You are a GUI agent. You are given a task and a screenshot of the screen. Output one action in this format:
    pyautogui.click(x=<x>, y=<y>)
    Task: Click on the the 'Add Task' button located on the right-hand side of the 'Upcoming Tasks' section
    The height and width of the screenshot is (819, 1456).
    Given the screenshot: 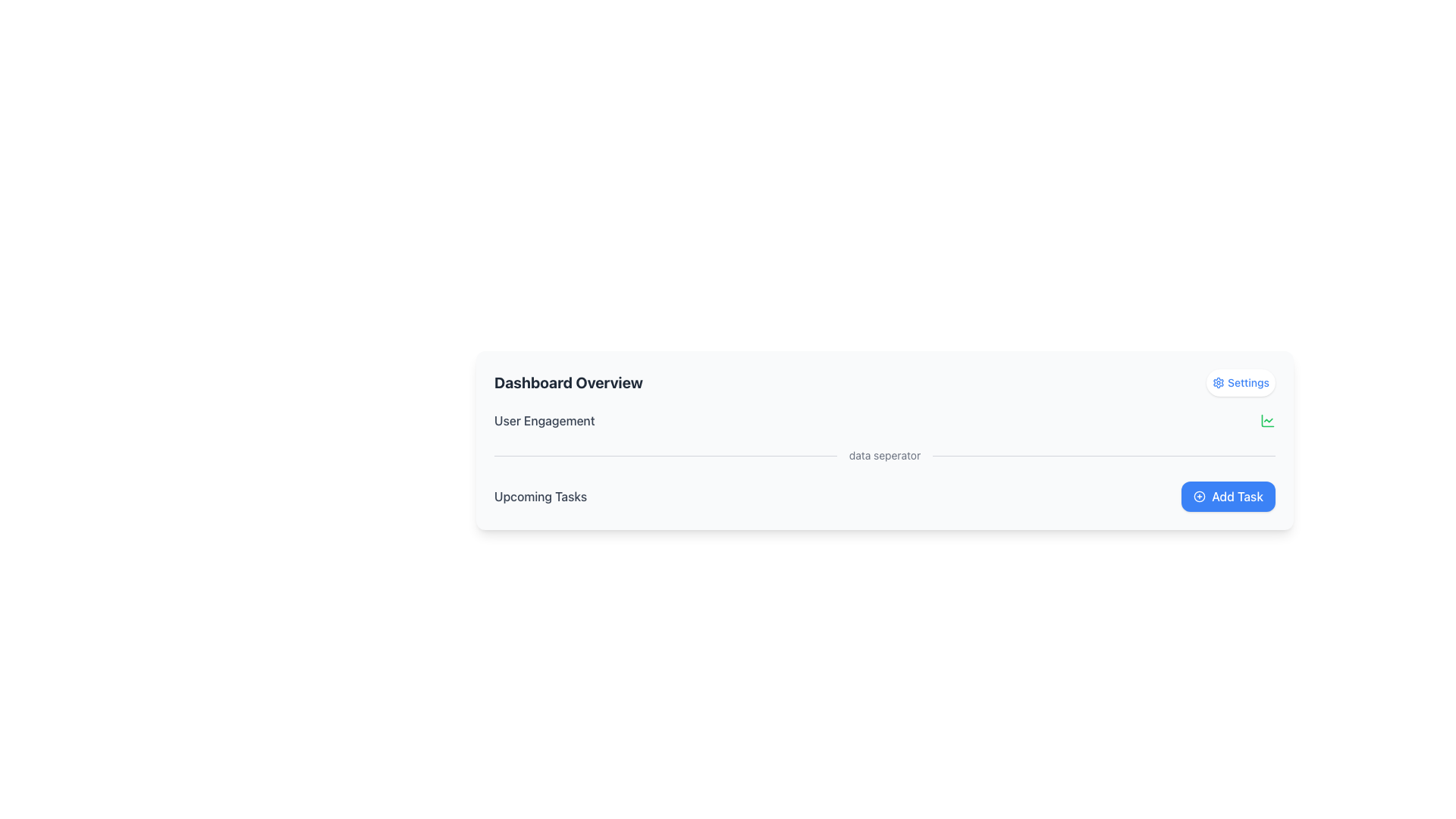 What is the action you would take?
    pyautogui.click(x=1228, y=497)
    